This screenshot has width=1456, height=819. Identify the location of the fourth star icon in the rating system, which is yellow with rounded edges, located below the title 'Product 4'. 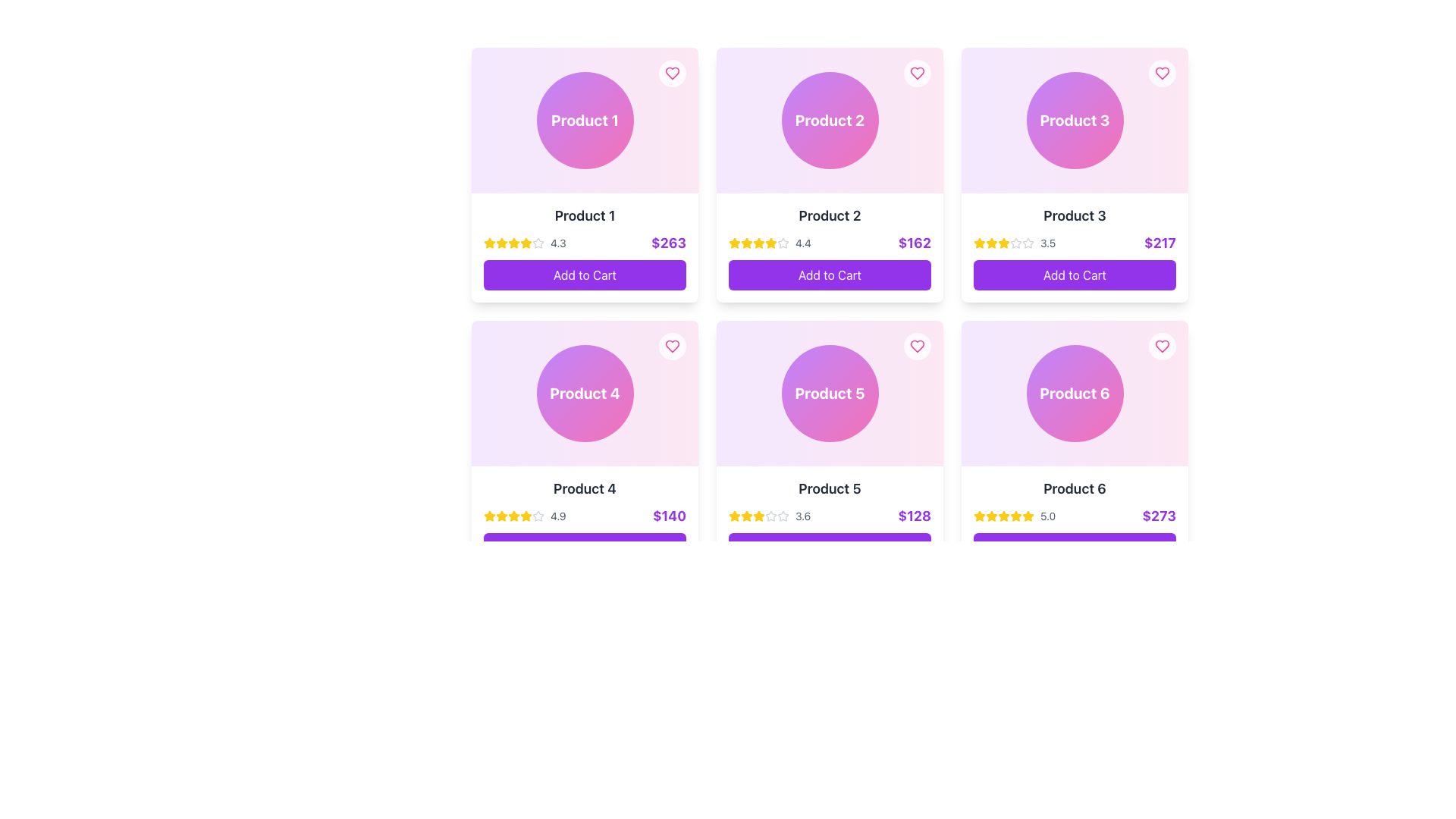
(513, 516).